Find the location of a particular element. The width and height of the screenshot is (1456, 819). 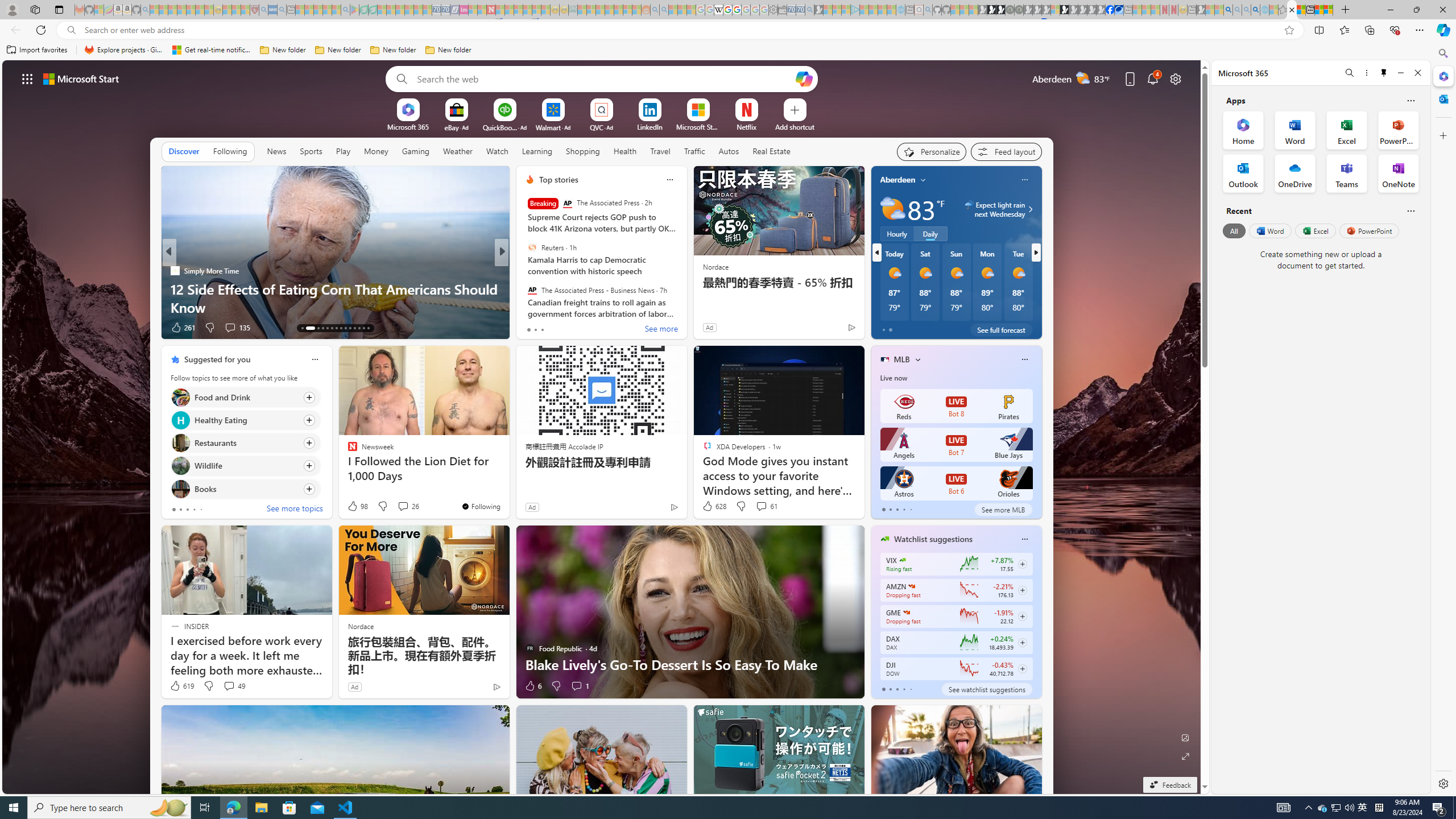

'Personalize your feed"' is located at coordinates (932, 152).